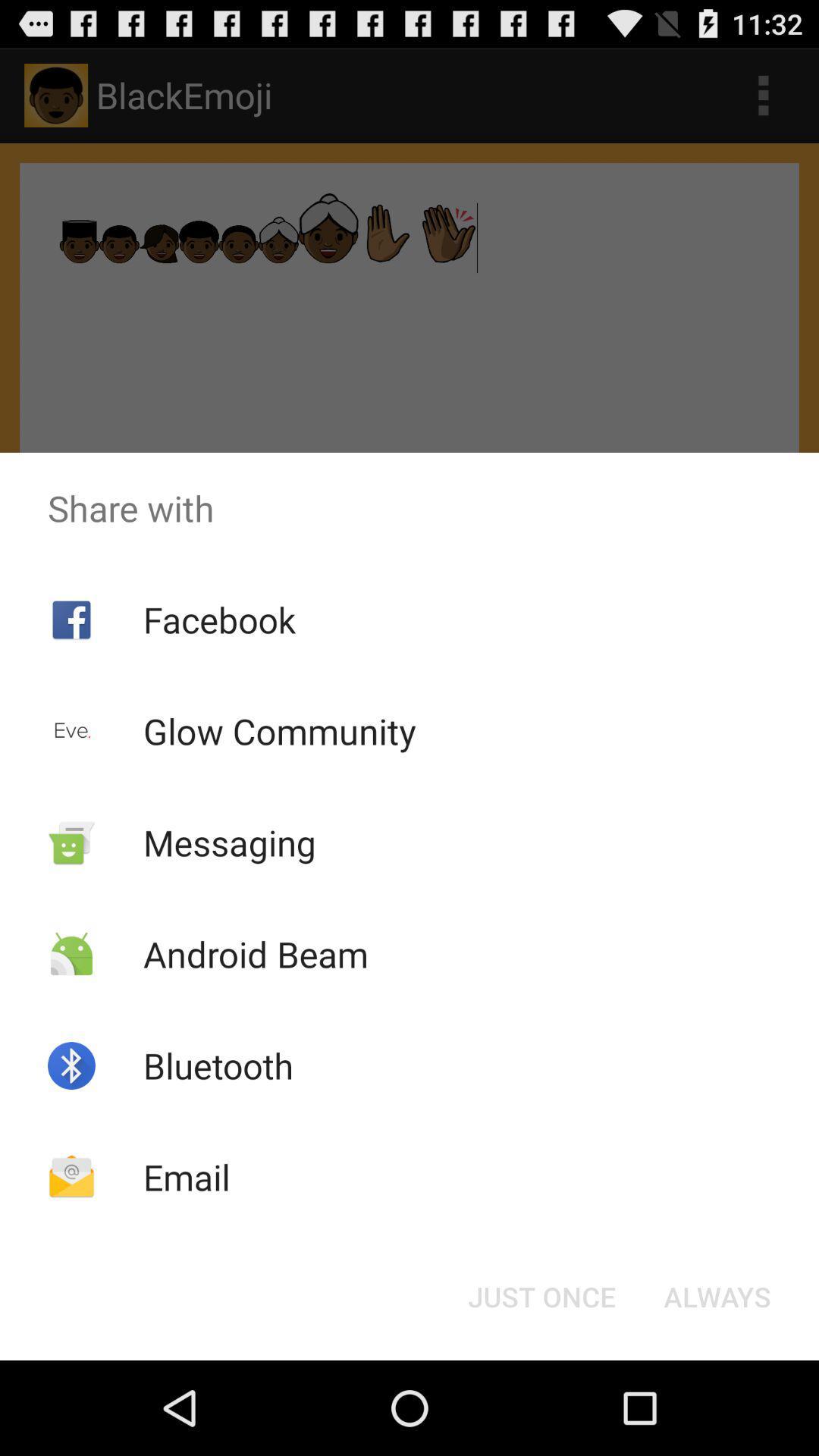 This screenshot has height=1456, width=819. I want to click on item next to just once, so click(717, 1295).